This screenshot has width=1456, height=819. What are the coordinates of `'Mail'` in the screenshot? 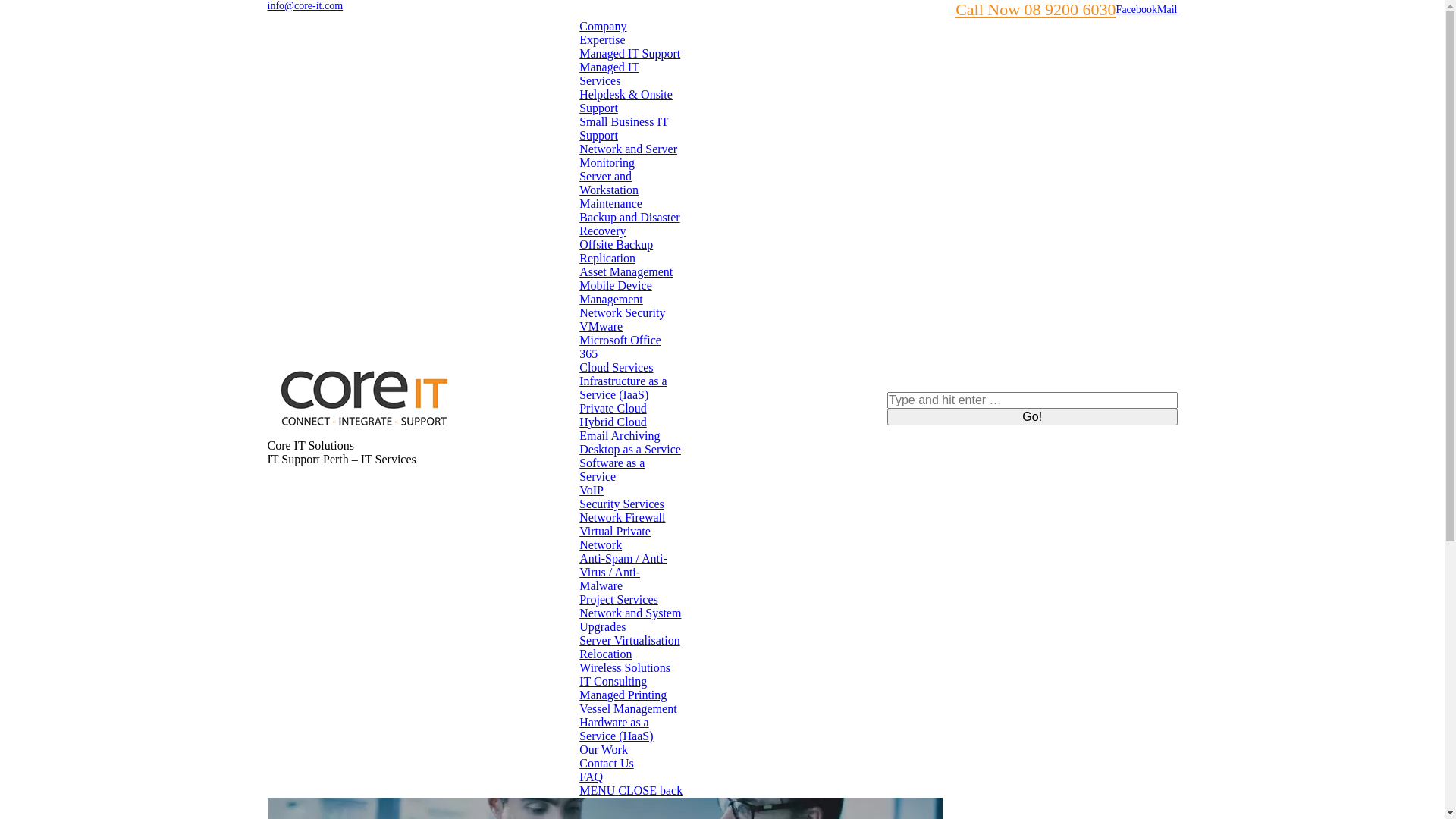 It's located at (1166, 9).